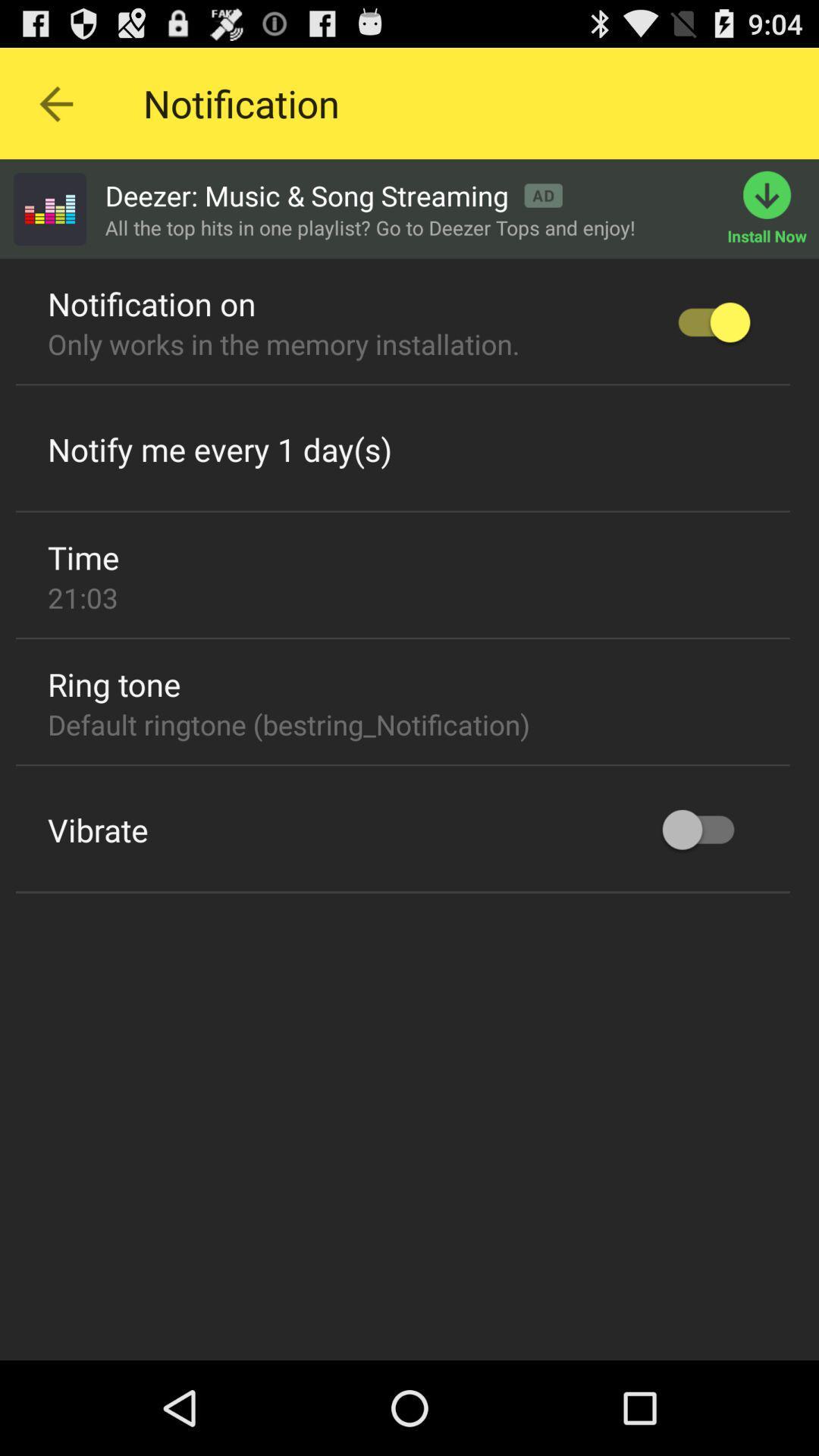 The width and height of the screenshot is (819, 1456). What do you see at coordinates (113, 683) in the screenshot?
I see `the item above default ringtone (bestring_notification)` at bounding box center [113, 683].